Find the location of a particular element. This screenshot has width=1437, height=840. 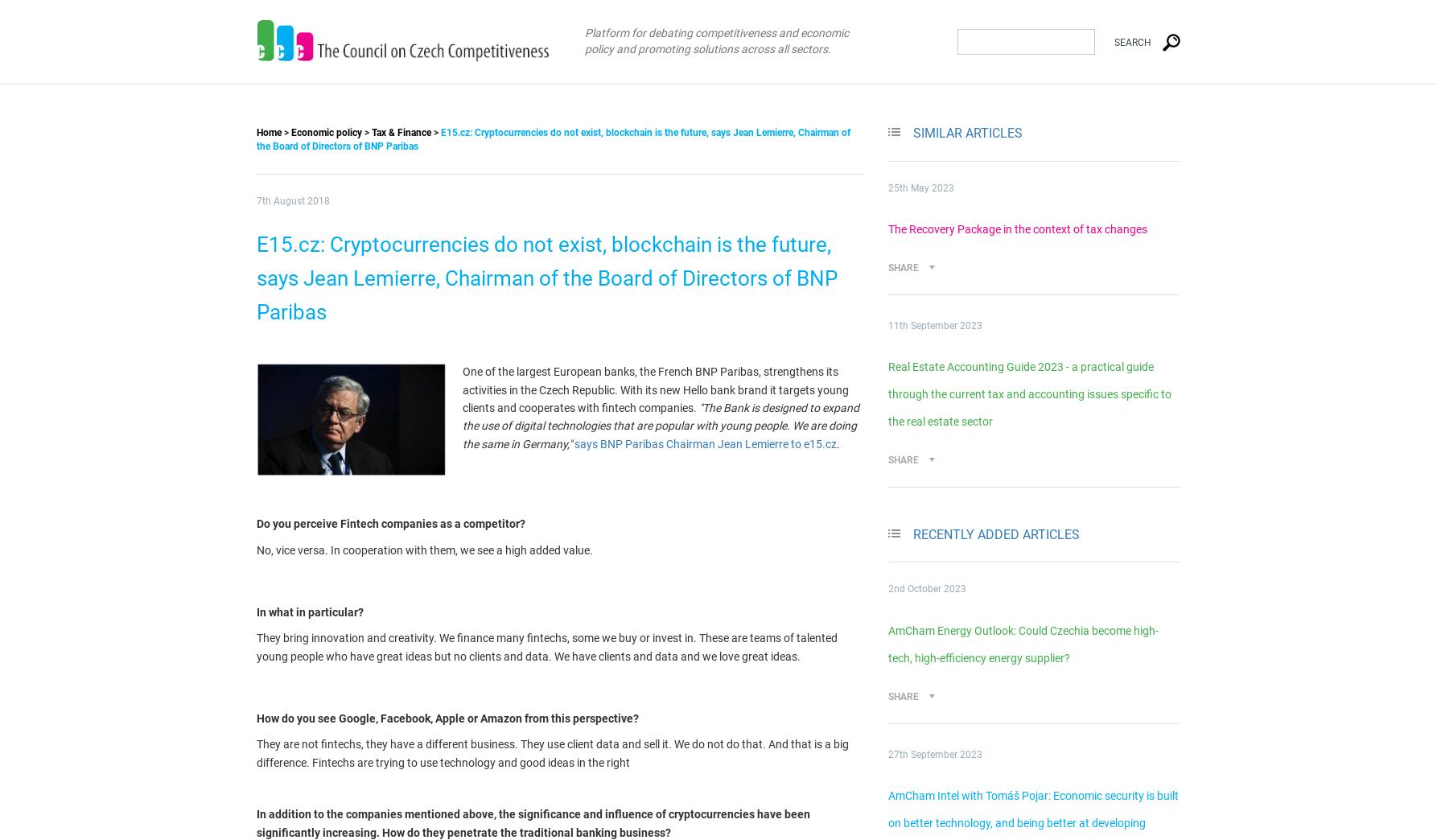

'25th May 2023' is located at coordinates (920, 187).